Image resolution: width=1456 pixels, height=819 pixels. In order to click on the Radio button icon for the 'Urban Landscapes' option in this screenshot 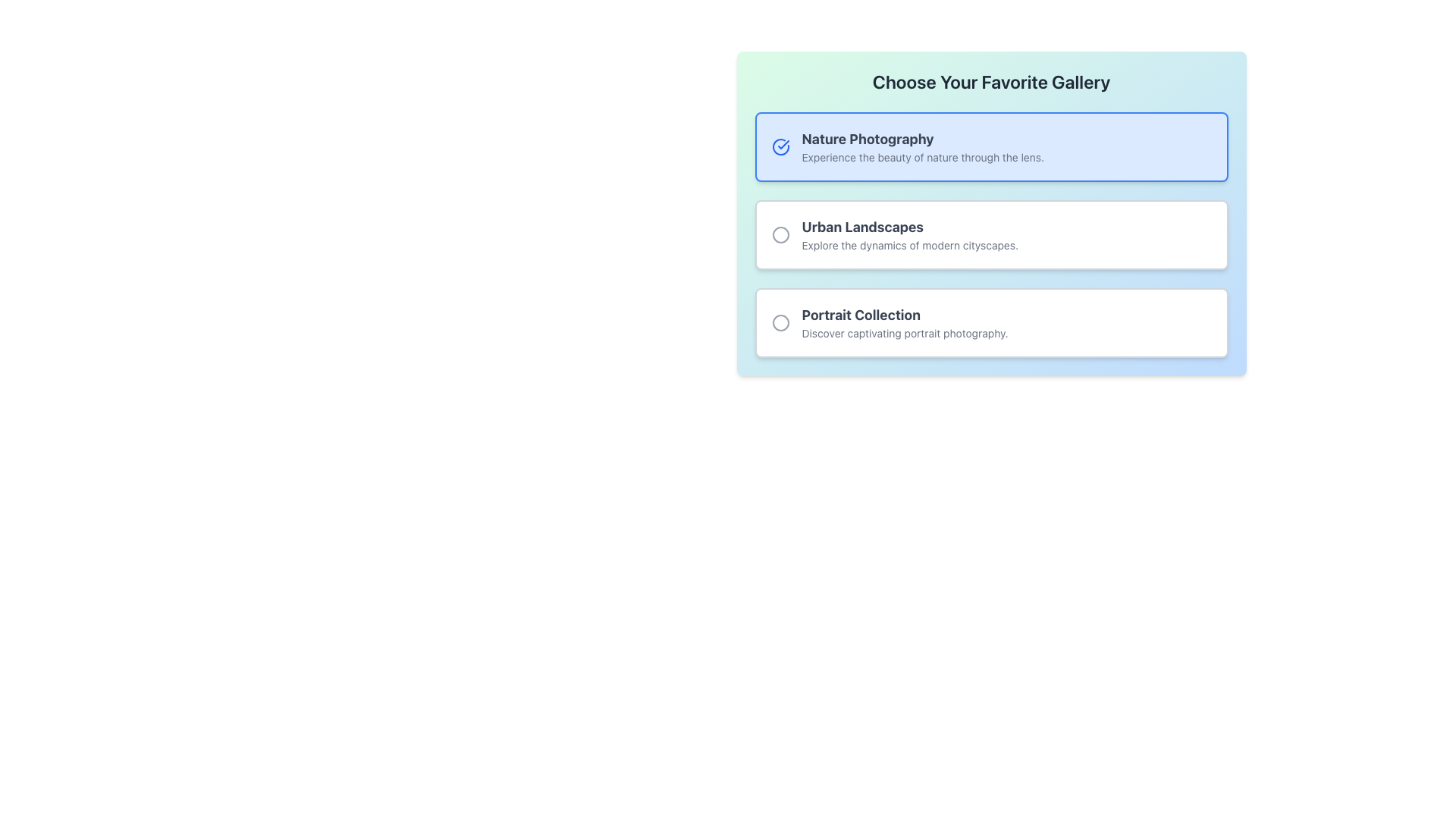, I will do `click(780, 234)`.